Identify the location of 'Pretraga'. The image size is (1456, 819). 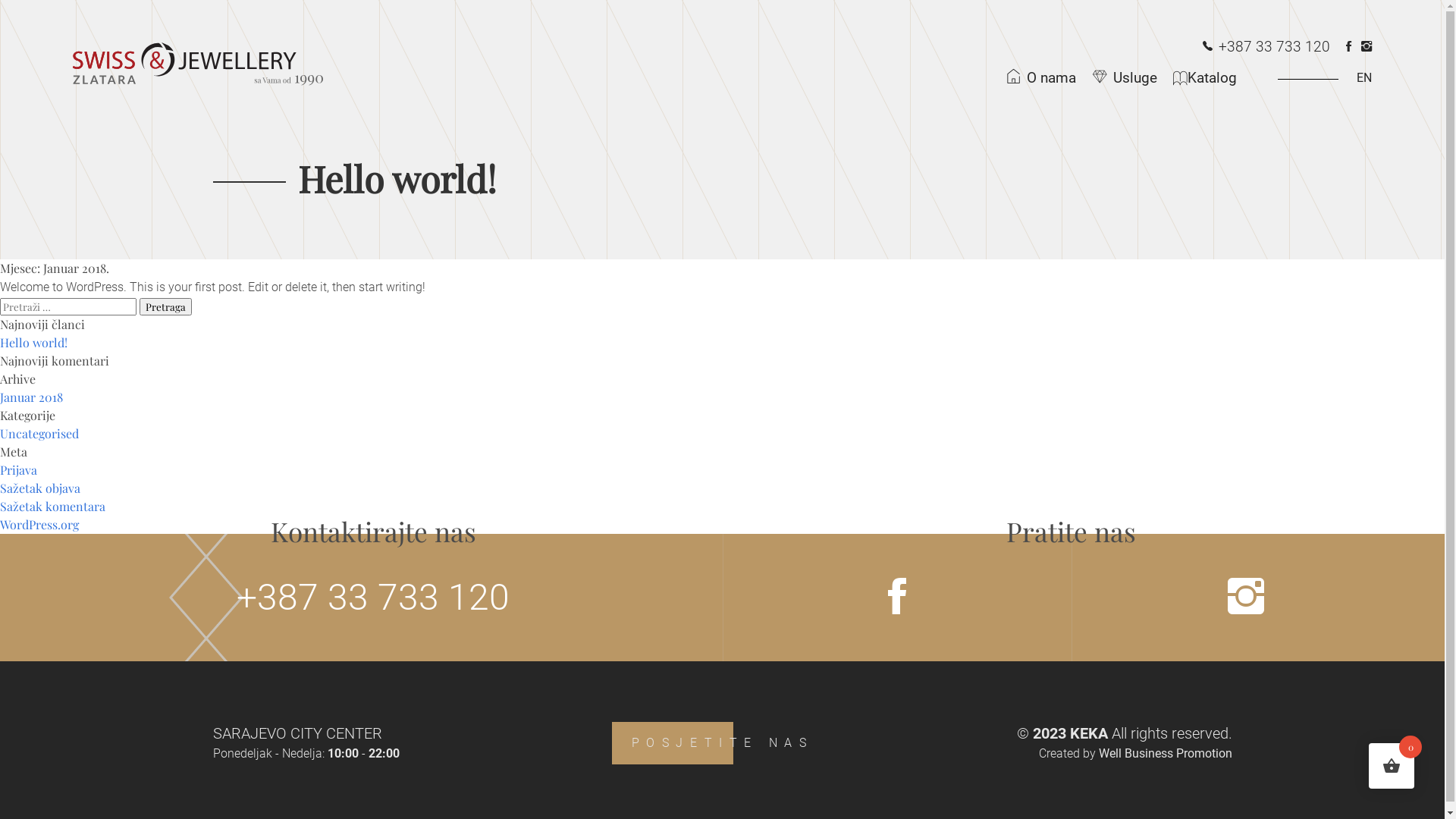
(165, 306).